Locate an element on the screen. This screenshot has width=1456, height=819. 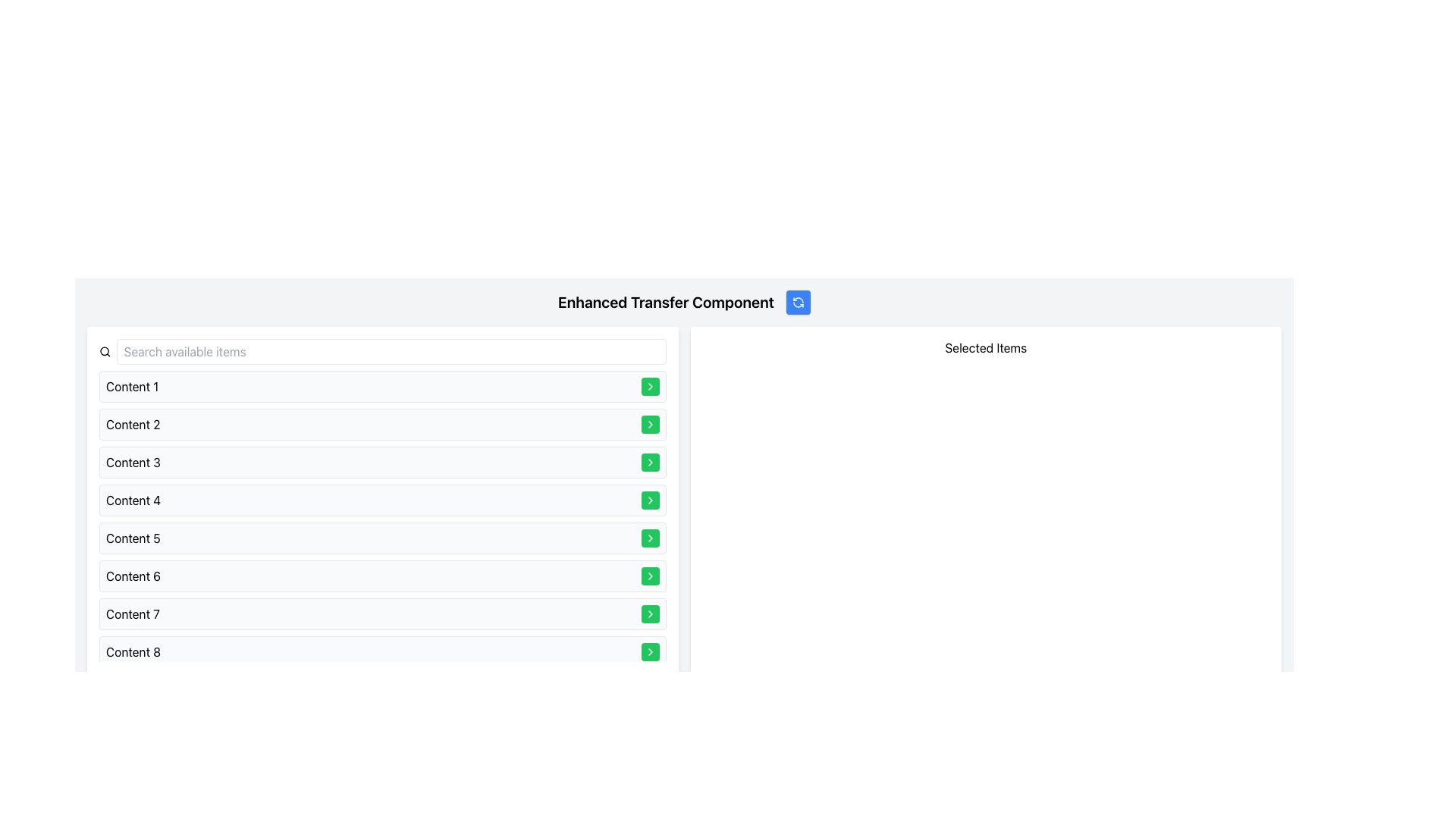
the distinct green button with a chevron icon located next to the label 'Content 1' for tooltip or visual feedback is located at coordinates (650, 385).